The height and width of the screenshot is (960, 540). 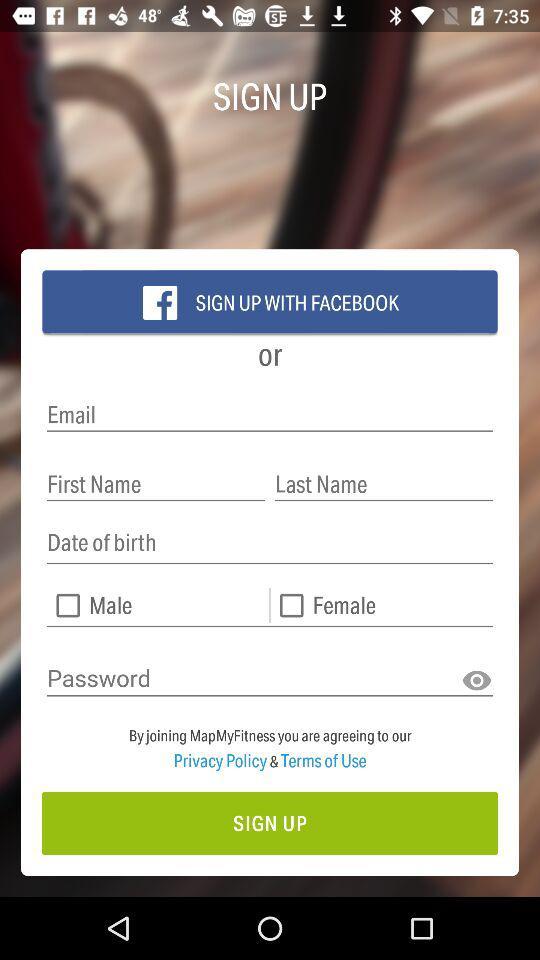 What do you see at coordinates (270, 679) in the screenshot?
I see `the text field which is above the two lines text from the bottom` at bounding box center [270, 679].